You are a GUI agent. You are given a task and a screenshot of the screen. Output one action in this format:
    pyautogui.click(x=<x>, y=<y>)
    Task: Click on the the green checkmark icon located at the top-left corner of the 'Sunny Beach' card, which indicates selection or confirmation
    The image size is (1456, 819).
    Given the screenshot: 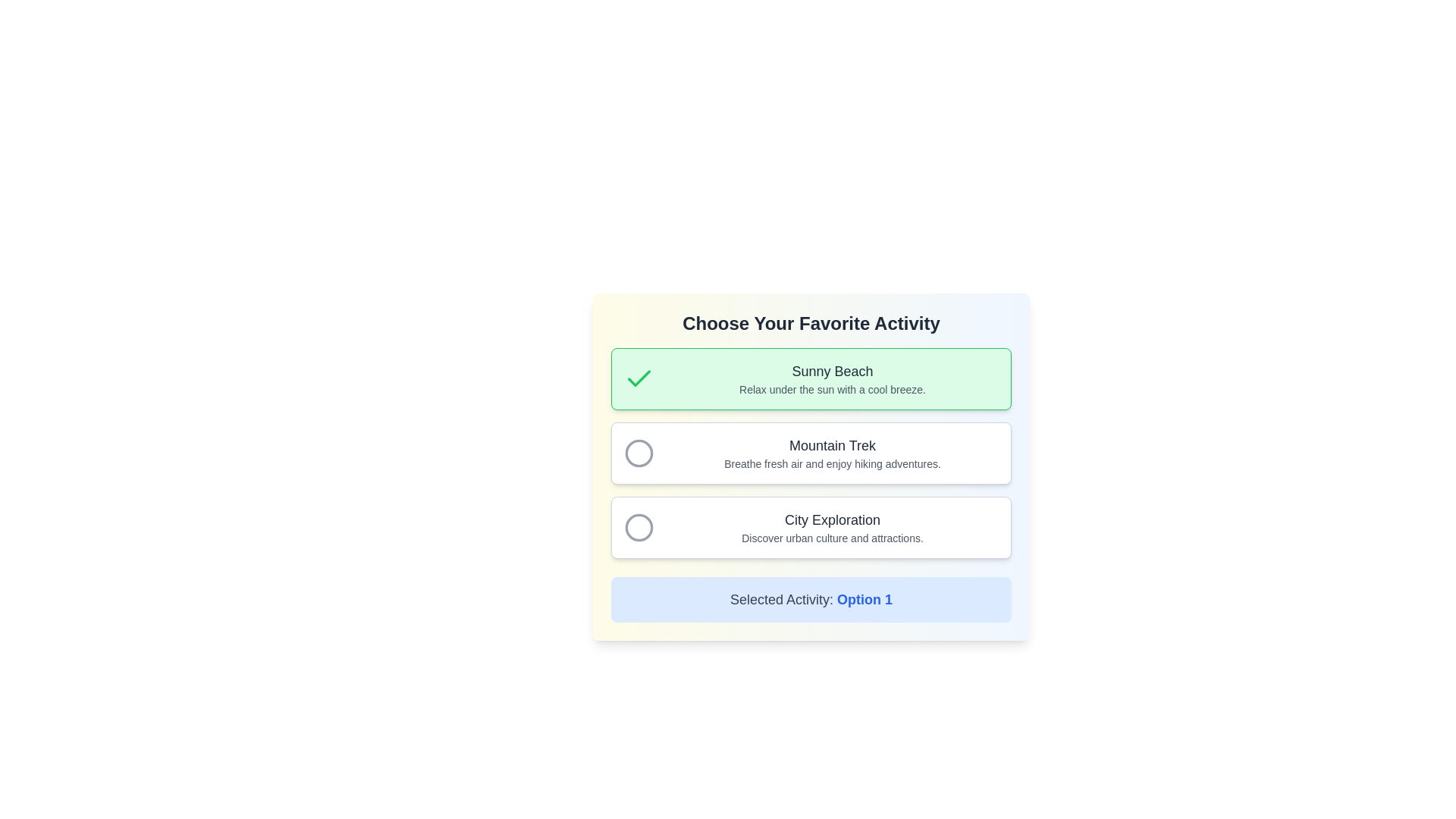 What is the action you would take?
    pyautogui.click(x=639, y=378)
    